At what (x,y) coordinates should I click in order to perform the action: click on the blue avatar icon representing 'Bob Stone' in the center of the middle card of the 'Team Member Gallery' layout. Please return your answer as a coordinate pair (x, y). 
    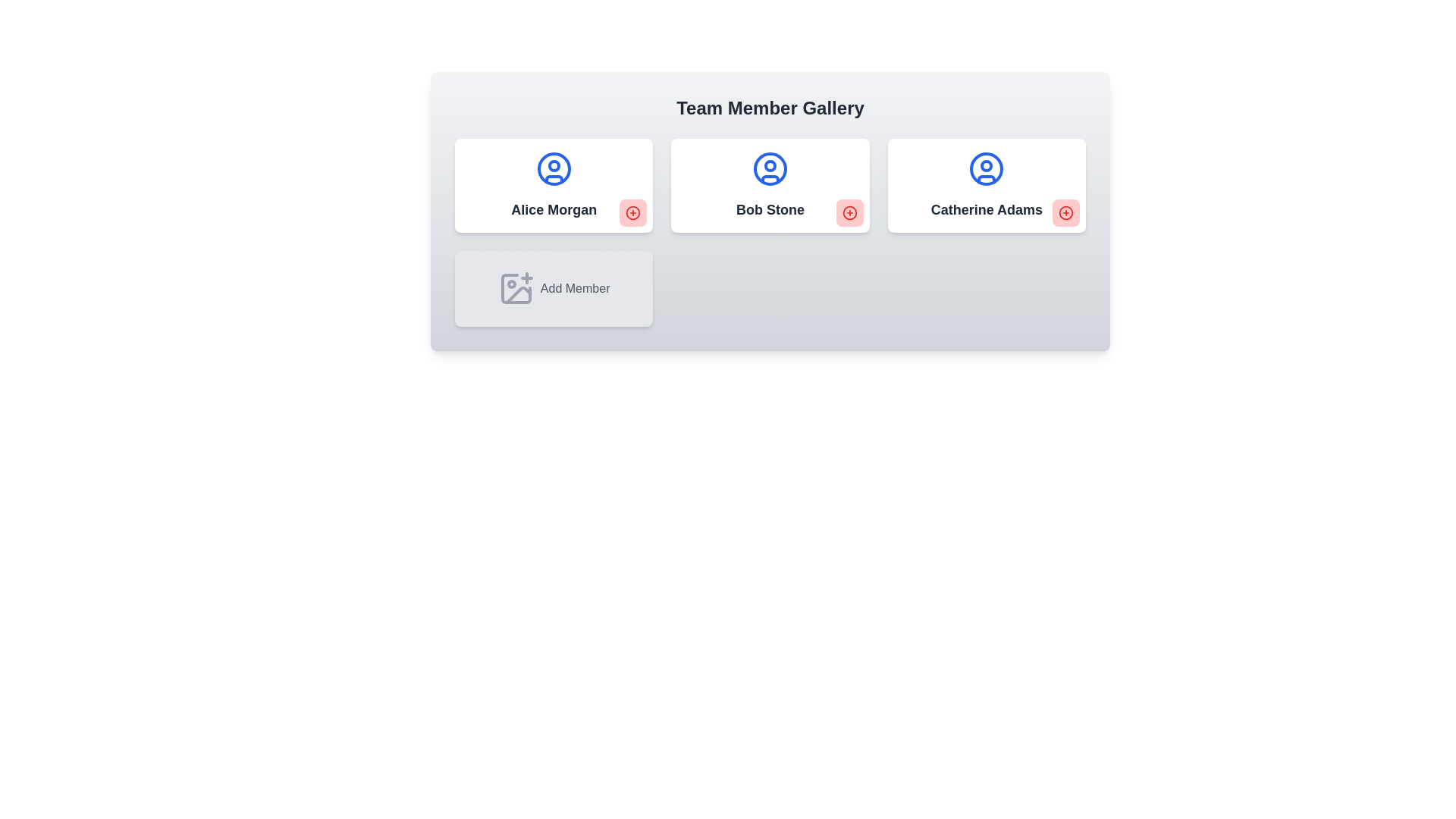
    Looking at the image, I should click on (770, 169).